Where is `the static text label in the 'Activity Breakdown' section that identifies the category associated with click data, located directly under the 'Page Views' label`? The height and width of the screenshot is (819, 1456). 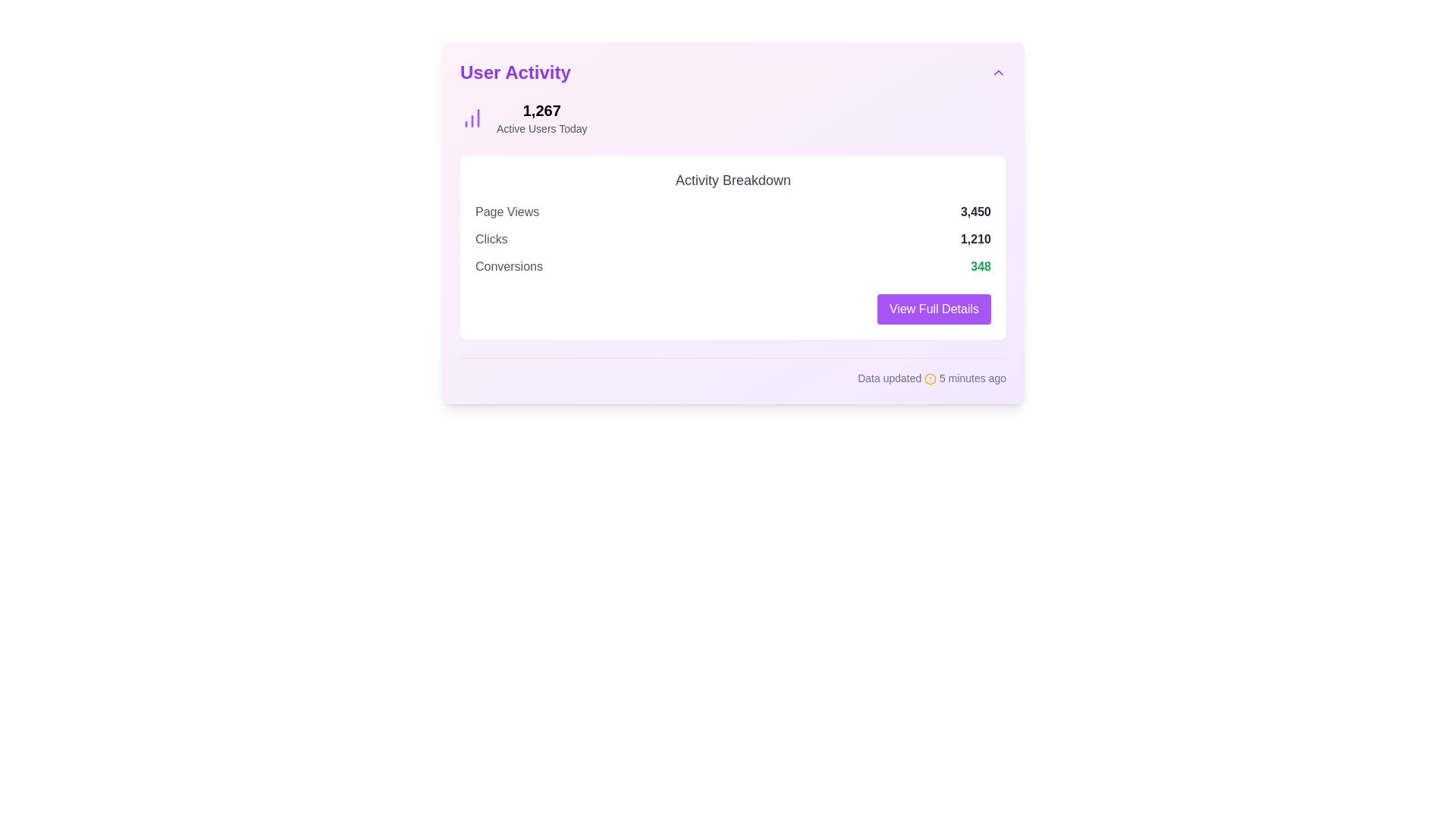 the static text label in the 'Activity Breakdown' section that identifies the category associated with click data, located directly under the 'Page Views' label is located at coordinates (491, 239).